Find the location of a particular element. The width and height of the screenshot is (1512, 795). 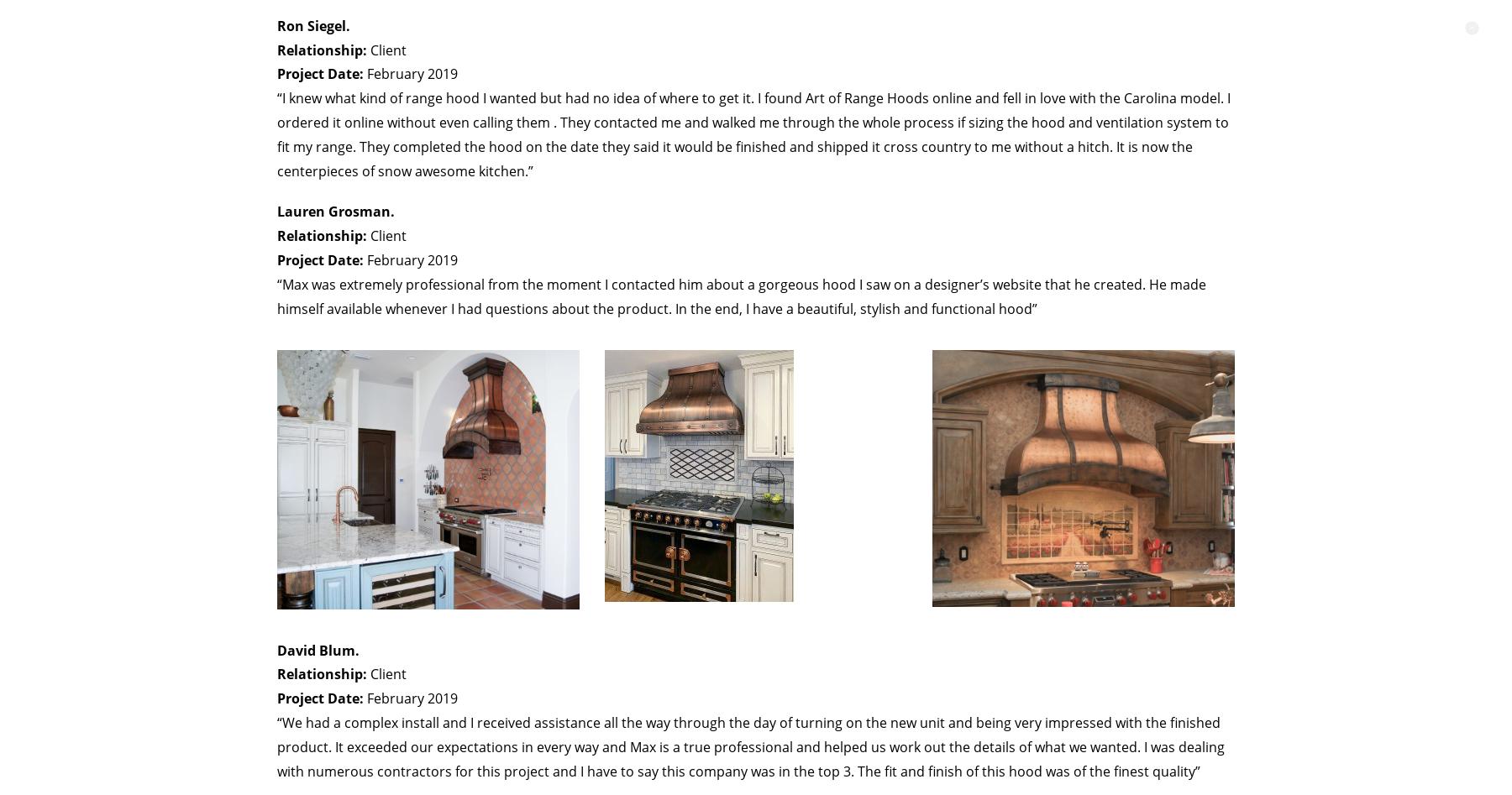

'“We had a complex install and I received assistance all the way through the day of turning on the new unit and being very impressed with the finished product. It exceeded our expectations in every way and Max is a true professional and helped us work out the details of what we wanted. I was dealing with numerous contractors for this project and I have to say this company was in the top 3. The fit and finish of this hood was of the finest quality”' is located at coordinates (751, 745).